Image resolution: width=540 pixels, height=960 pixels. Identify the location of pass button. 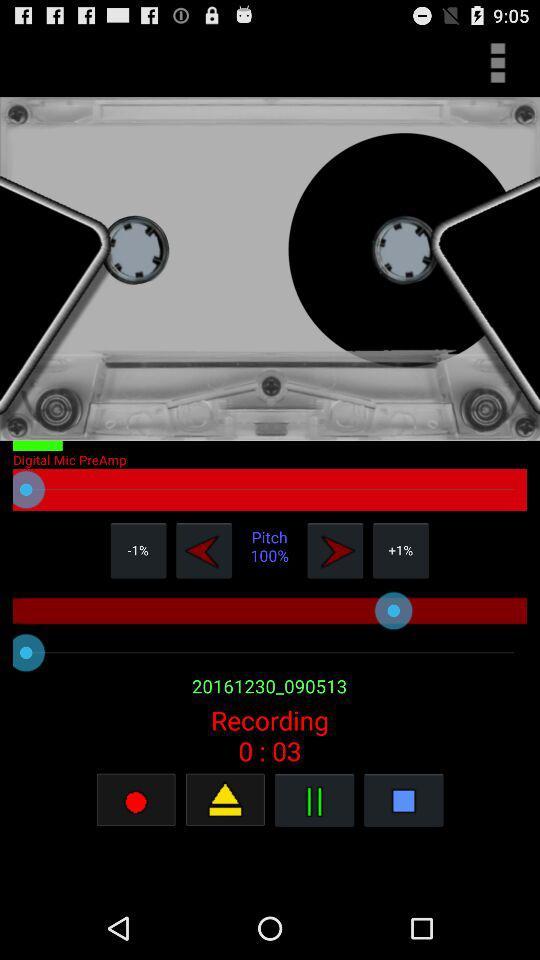
(314, 799).